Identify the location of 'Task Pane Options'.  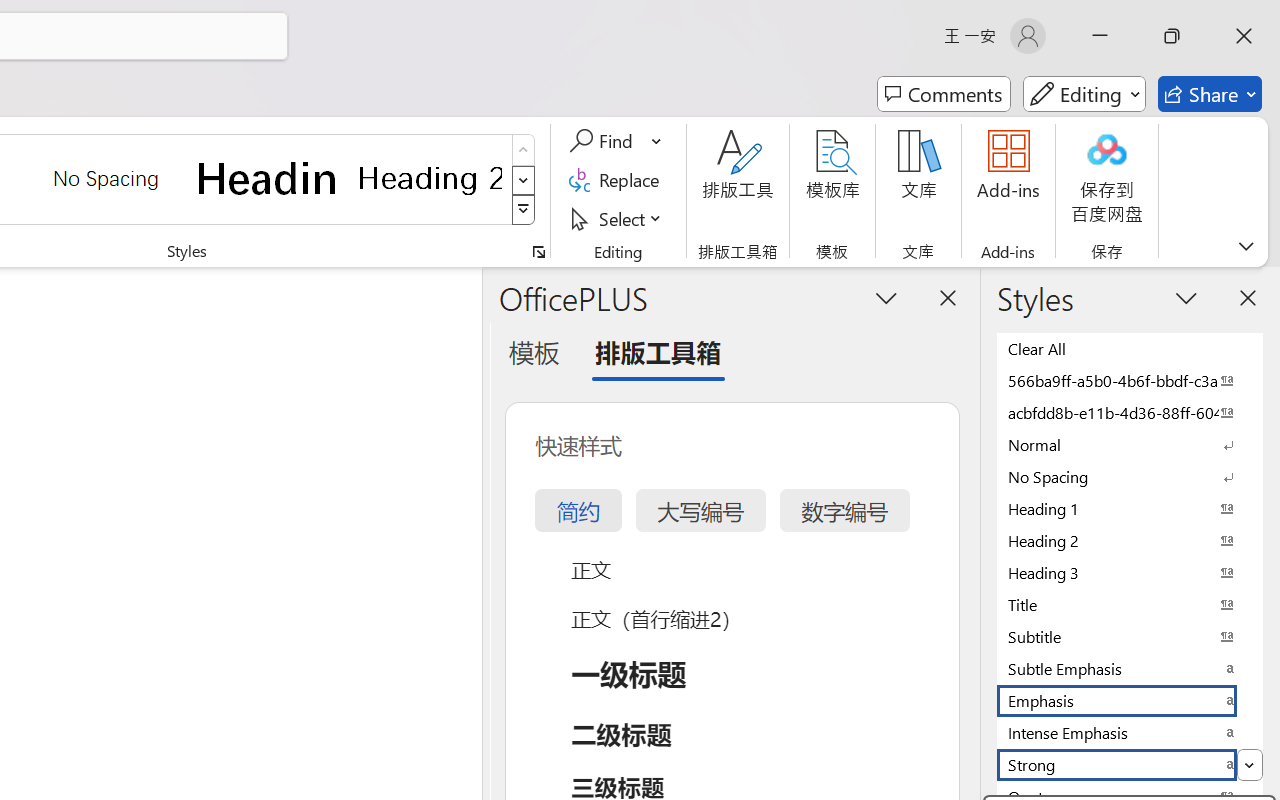
(886, 297).